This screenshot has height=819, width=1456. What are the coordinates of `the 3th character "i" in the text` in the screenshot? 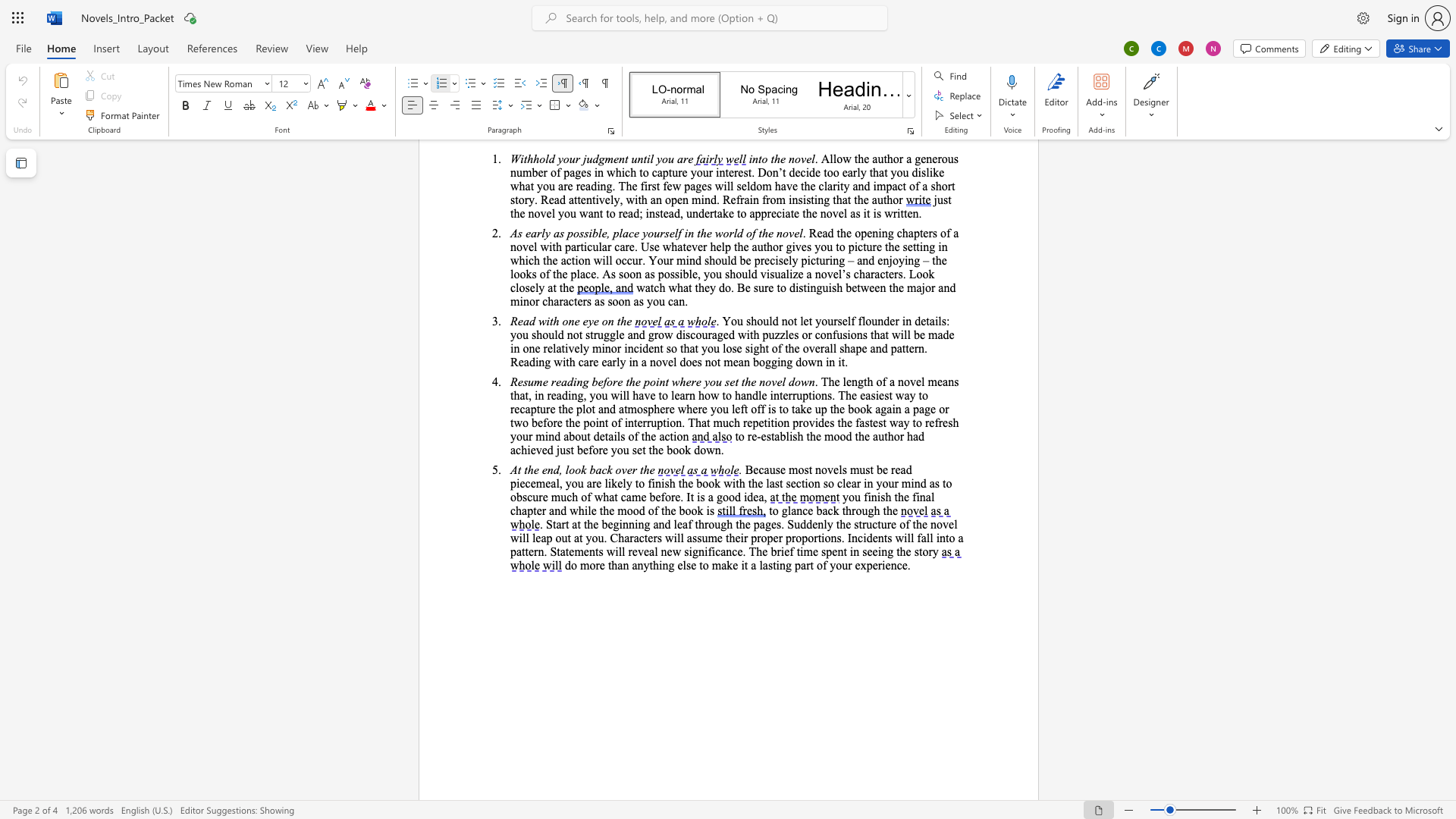 It's located at (674, 436).